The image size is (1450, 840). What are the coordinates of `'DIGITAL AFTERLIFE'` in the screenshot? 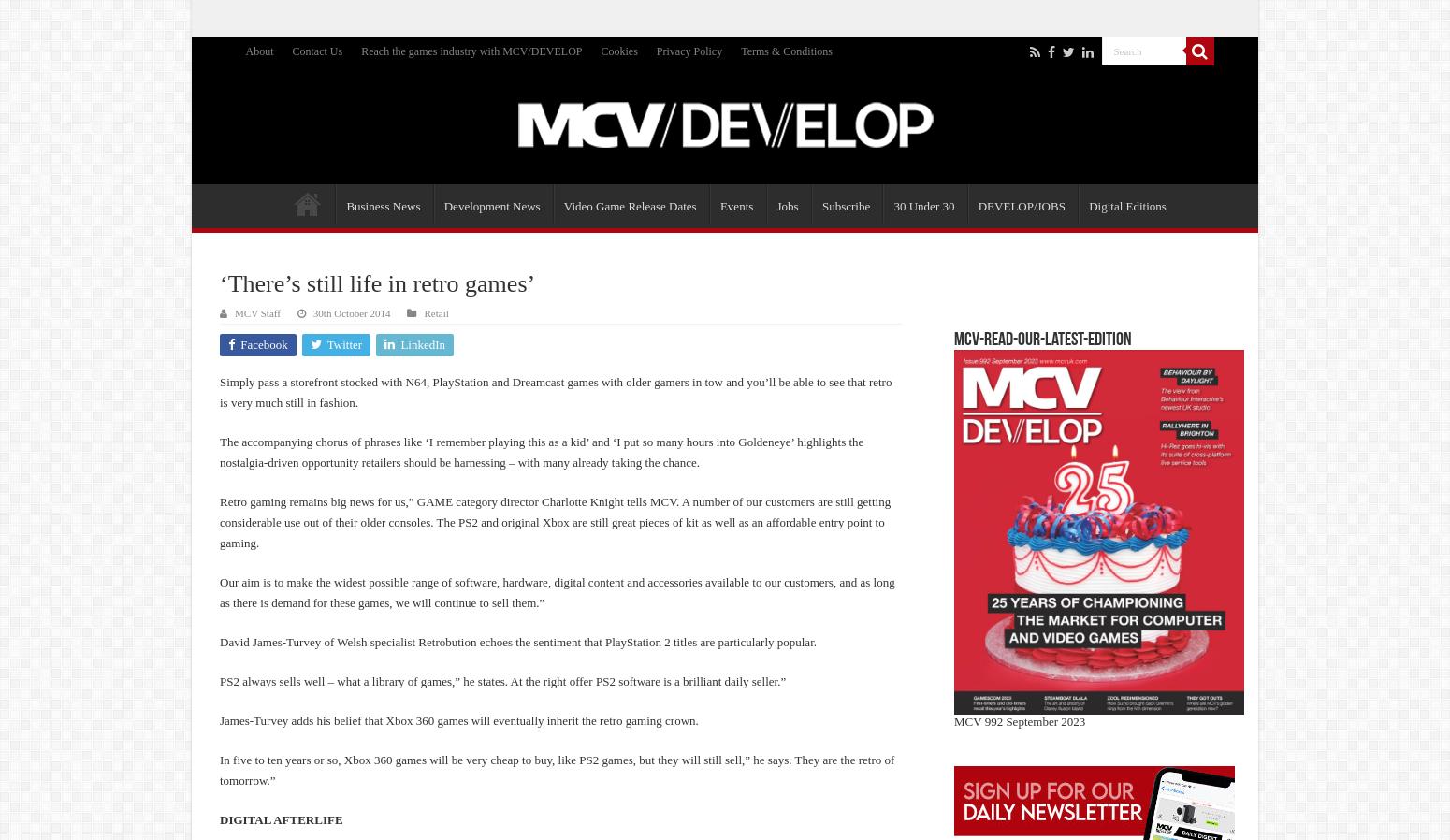 It's located at (219, 819).